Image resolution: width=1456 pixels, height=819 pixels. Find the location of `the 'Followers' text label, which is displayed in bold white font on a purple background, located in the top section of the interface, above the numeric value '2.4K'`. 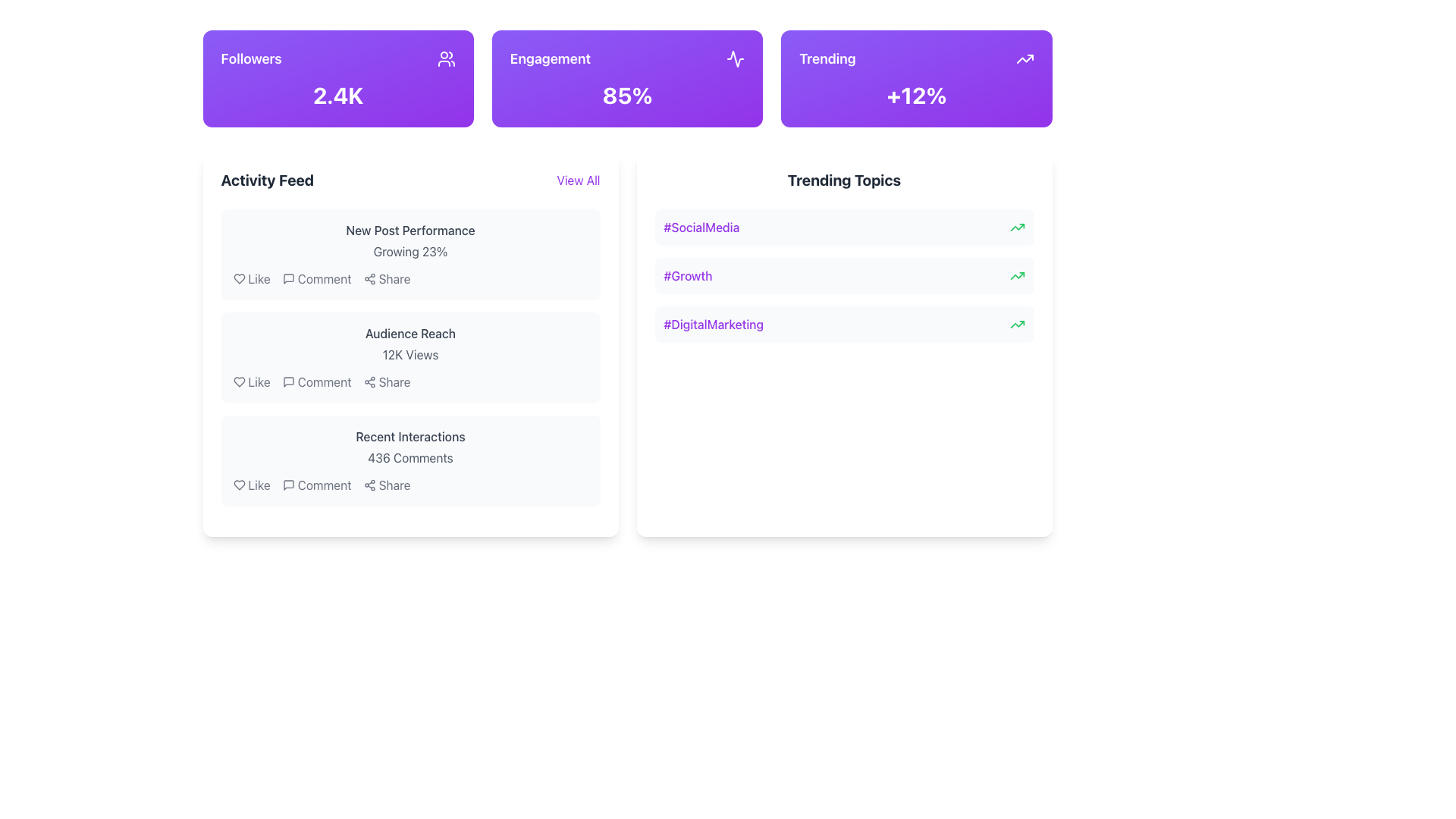

the 'Followers' text label, which is displayed in bold white font on a purple background, located in the top section of the interface, above the numeric value '2.4K' is located at coordinates (251, 58).